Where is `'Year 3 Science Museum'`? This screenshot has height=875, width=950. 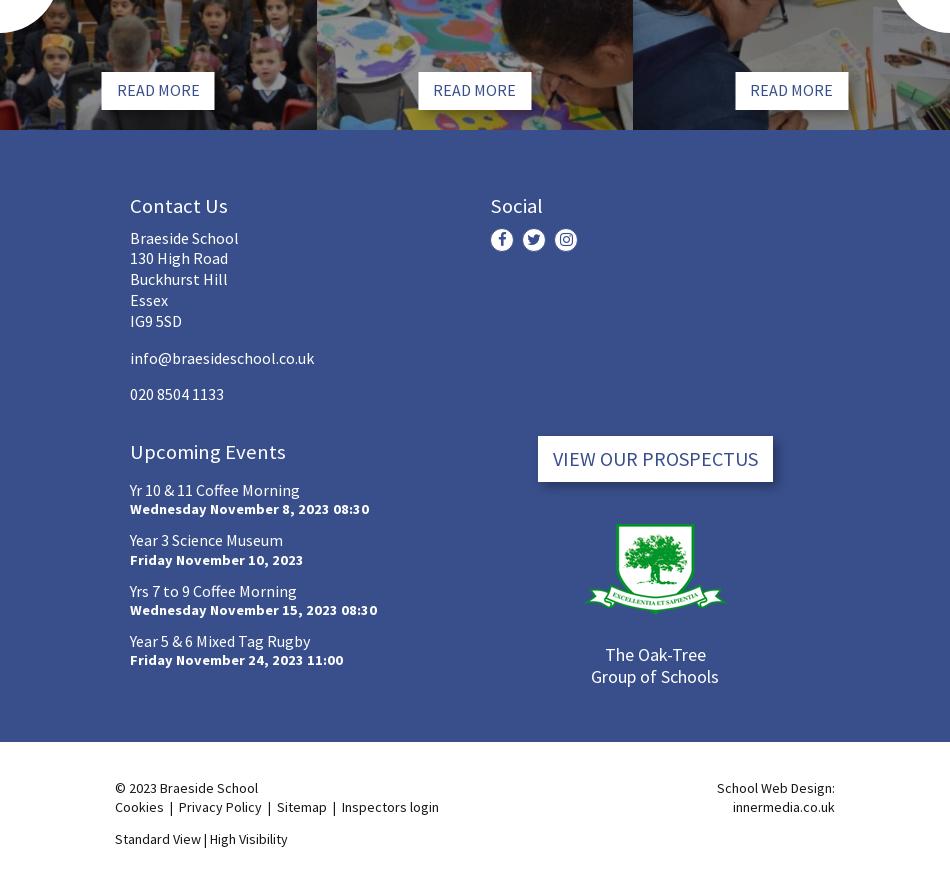 'Year 3 Science Museum' is located at coordinates (206, 538).